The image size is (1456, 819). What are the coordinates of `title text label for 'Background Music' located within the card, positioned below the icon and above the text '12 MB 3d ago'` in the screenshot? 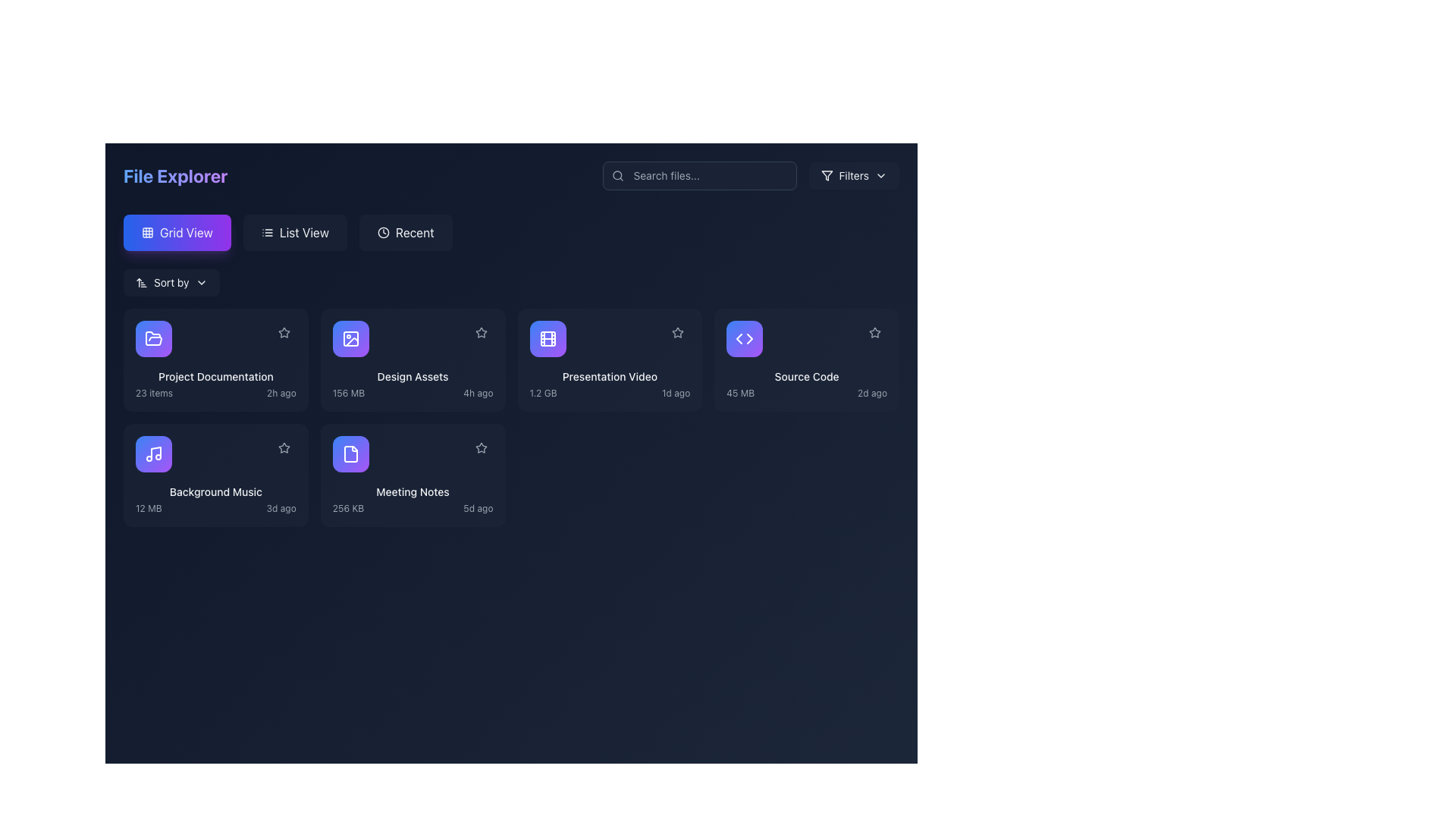 It's located at (215, 491).